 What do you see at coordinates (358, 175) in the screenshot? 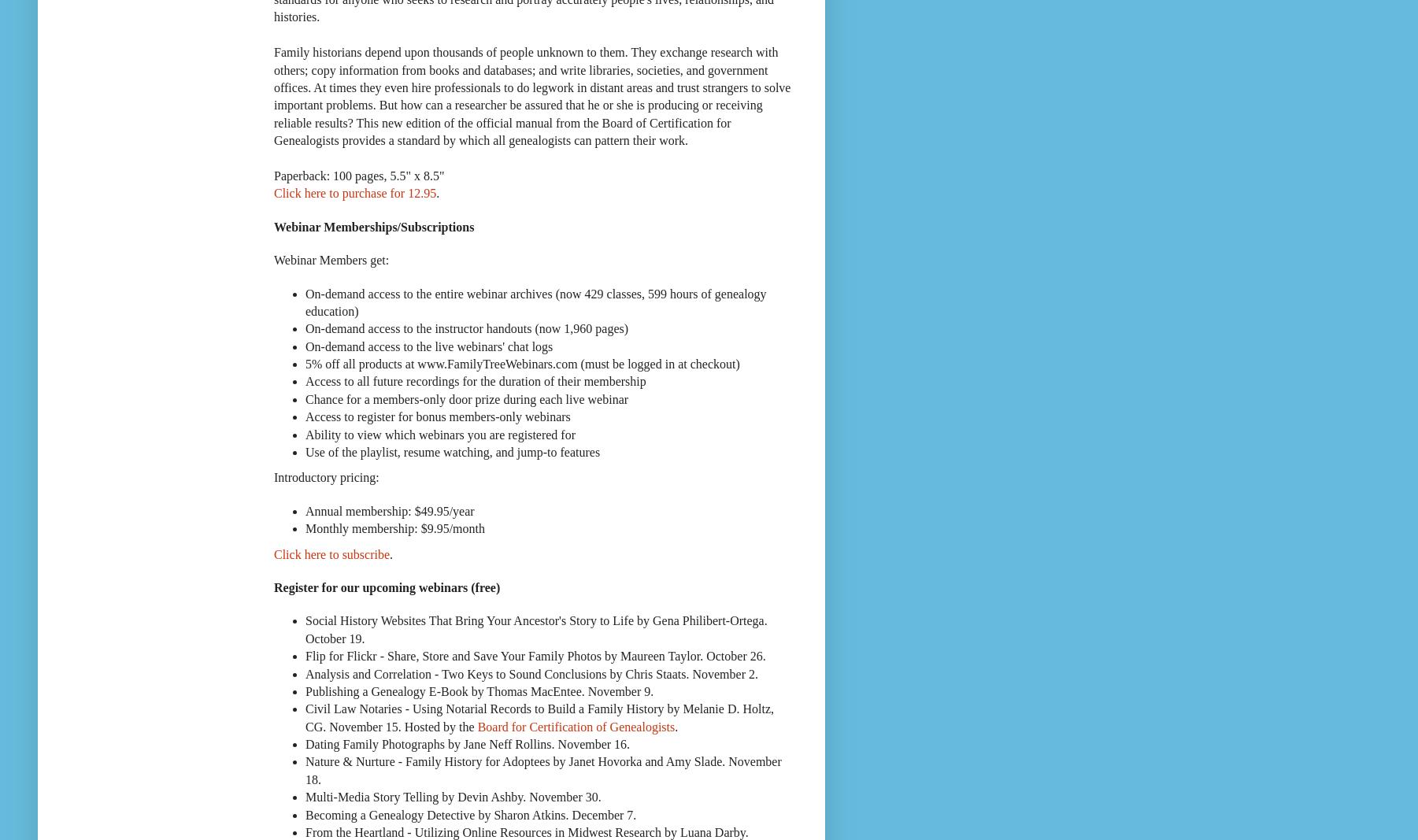
I see `'Paperback: 100 pages, 5.5" x 8.5"'` at bounding box center [358, 175].